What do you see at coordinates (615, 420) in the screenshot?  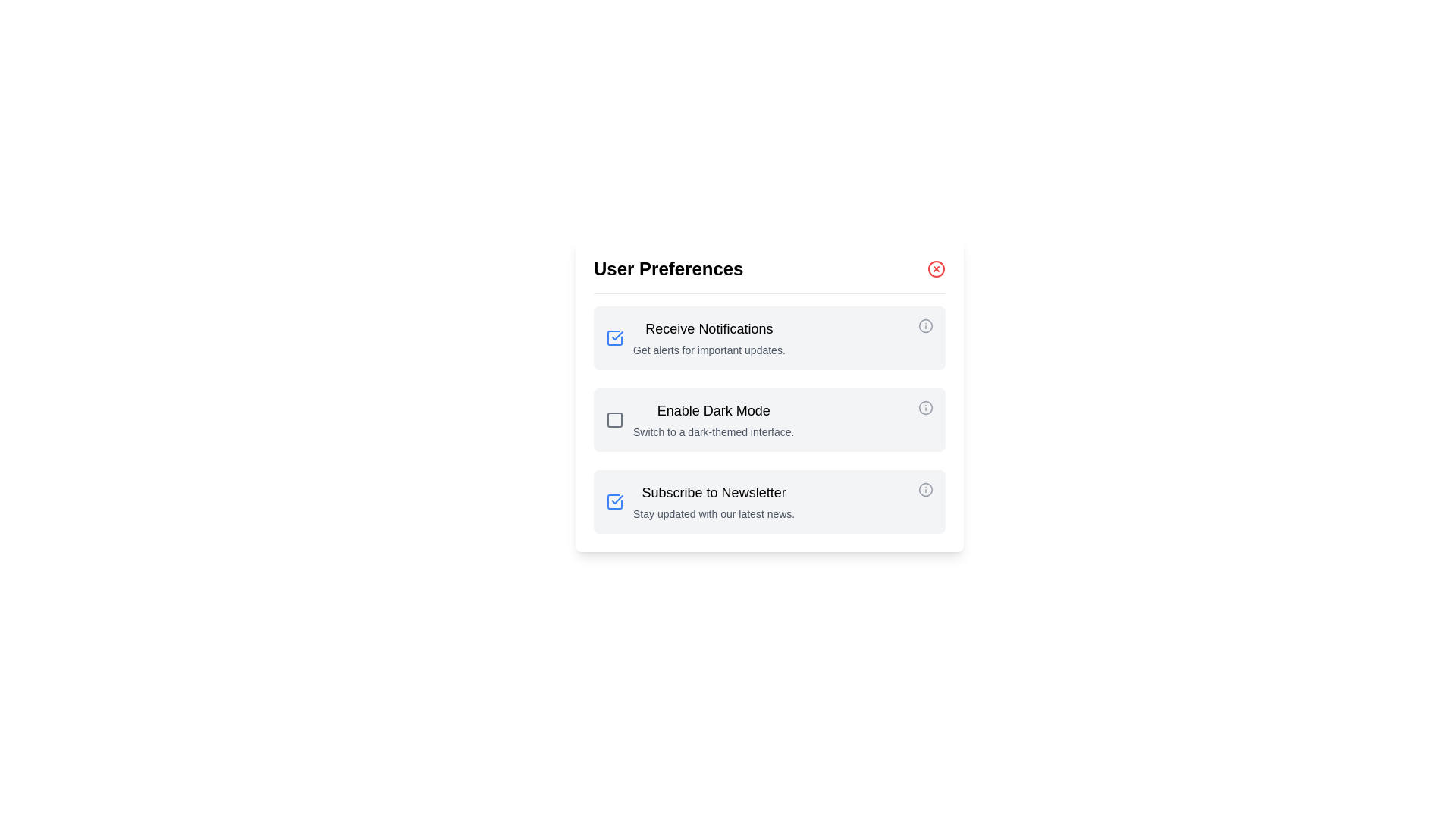 I see `the checkbox for 'Enable Dark Mode' located in the second row of 'User Preferences'` at bounding box center [615, 420].